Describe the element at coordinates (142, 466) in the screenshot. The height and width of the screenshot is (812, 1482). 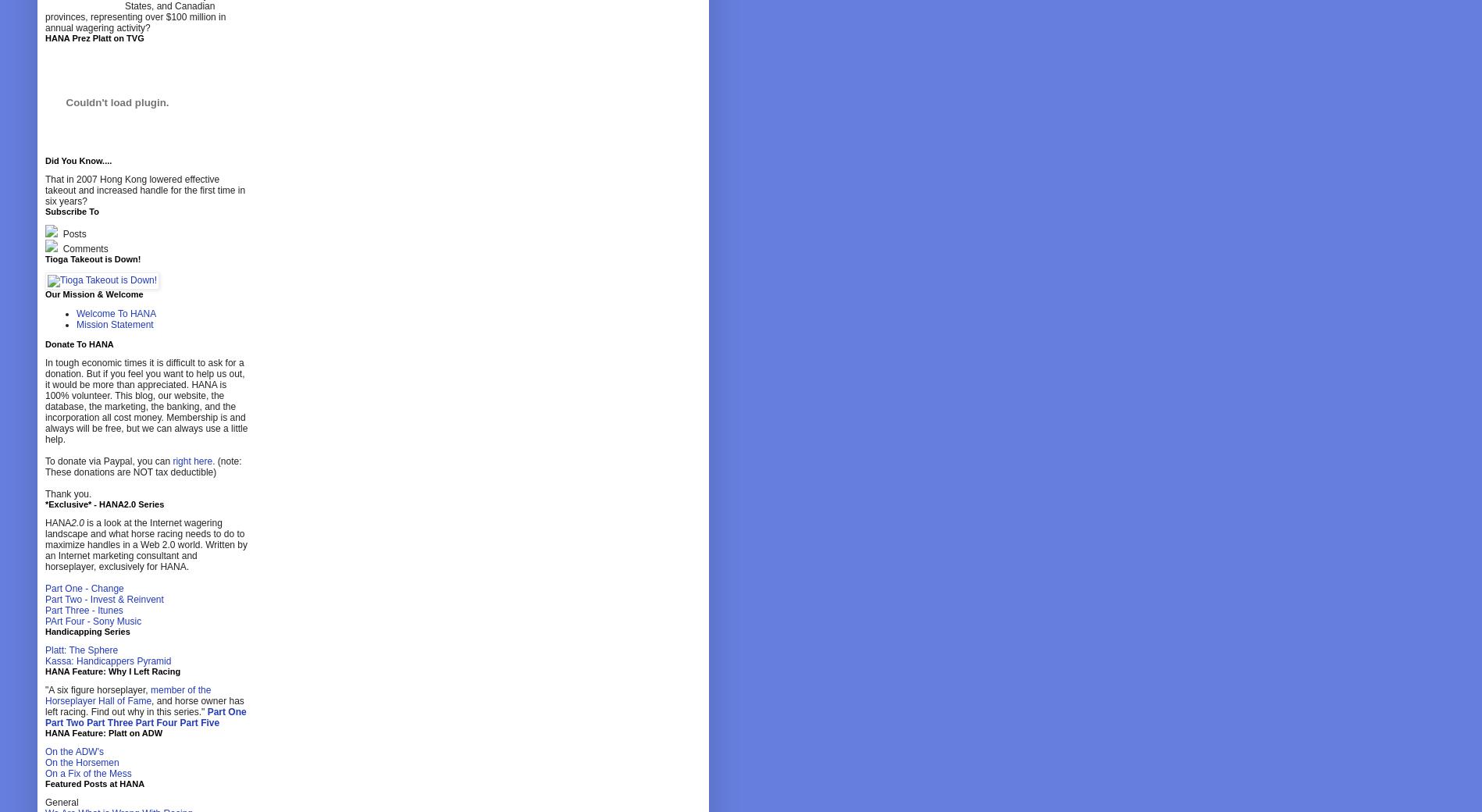
I see `'(note: These donations are NOT tax deductible)'` at that location.